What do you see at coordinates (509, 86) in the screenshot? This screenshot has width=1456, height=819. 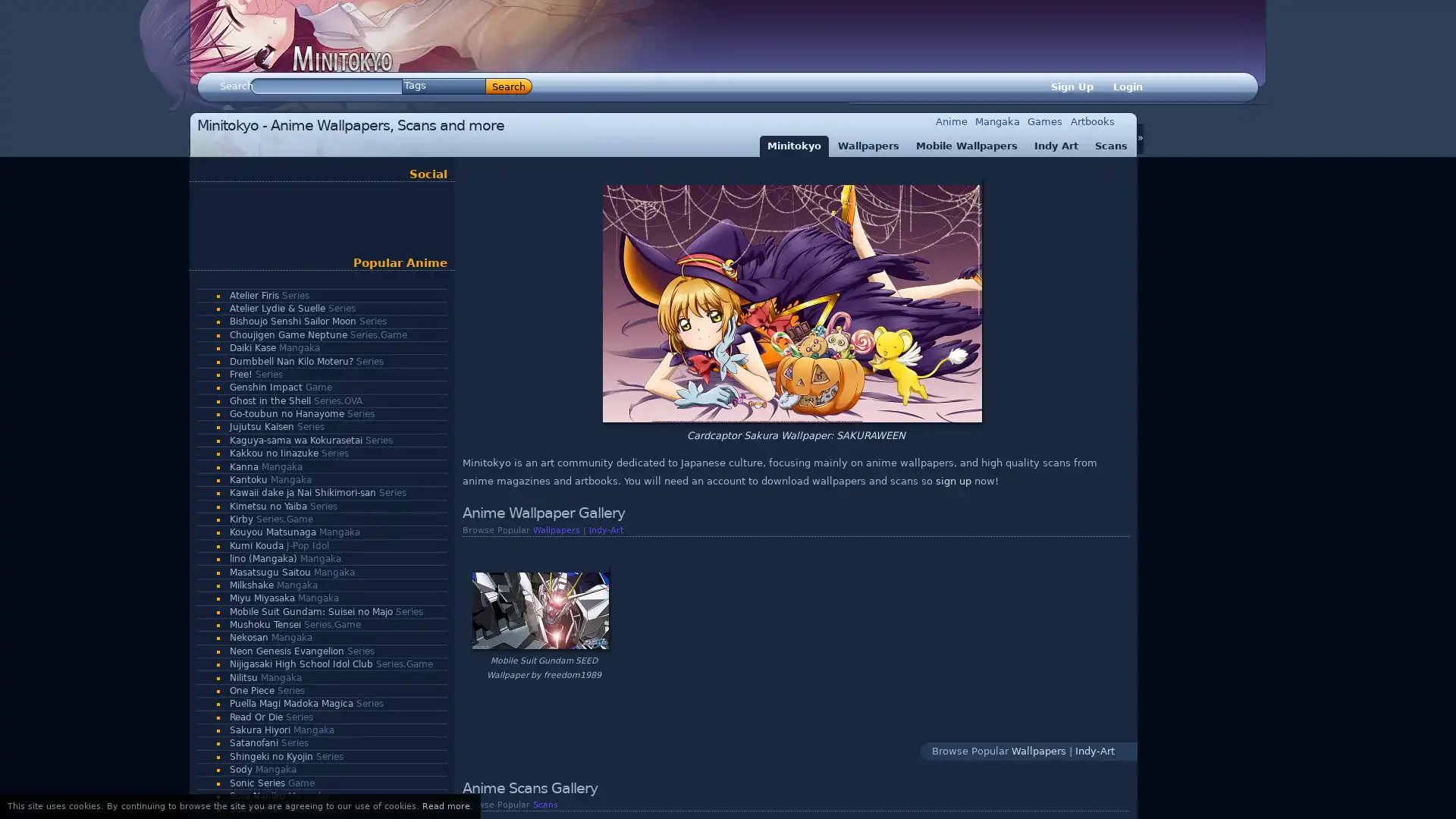 I see `Search` at bounding box center [509, 86].